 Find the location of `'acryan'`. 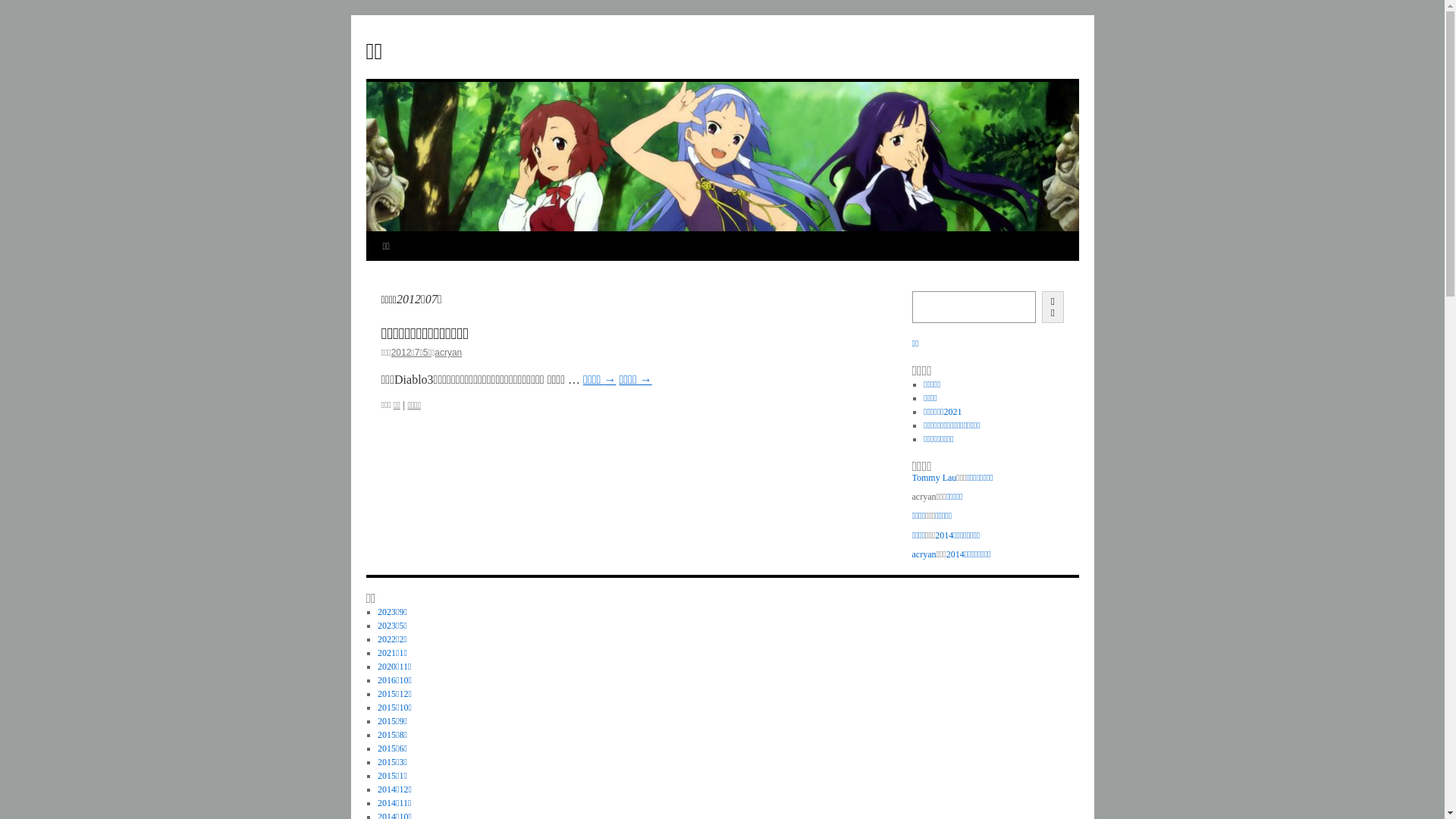

'acryan' is located at coordinates (923, 554).